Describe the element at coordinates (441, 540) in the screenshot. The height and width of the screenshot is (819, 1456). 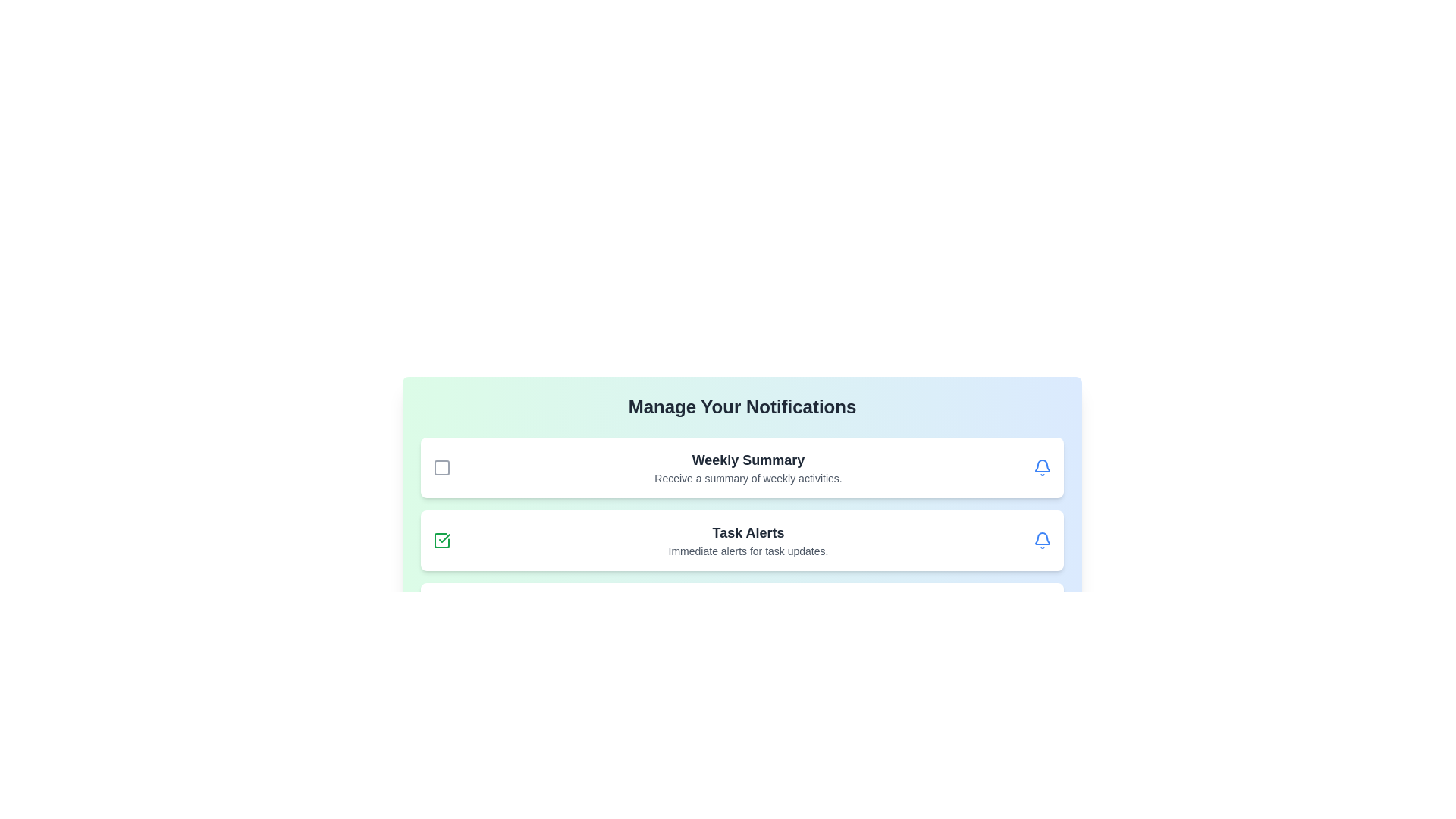
I see `the checkbox for task alerts located within the white card titled 'Task Alerts'` at that location.